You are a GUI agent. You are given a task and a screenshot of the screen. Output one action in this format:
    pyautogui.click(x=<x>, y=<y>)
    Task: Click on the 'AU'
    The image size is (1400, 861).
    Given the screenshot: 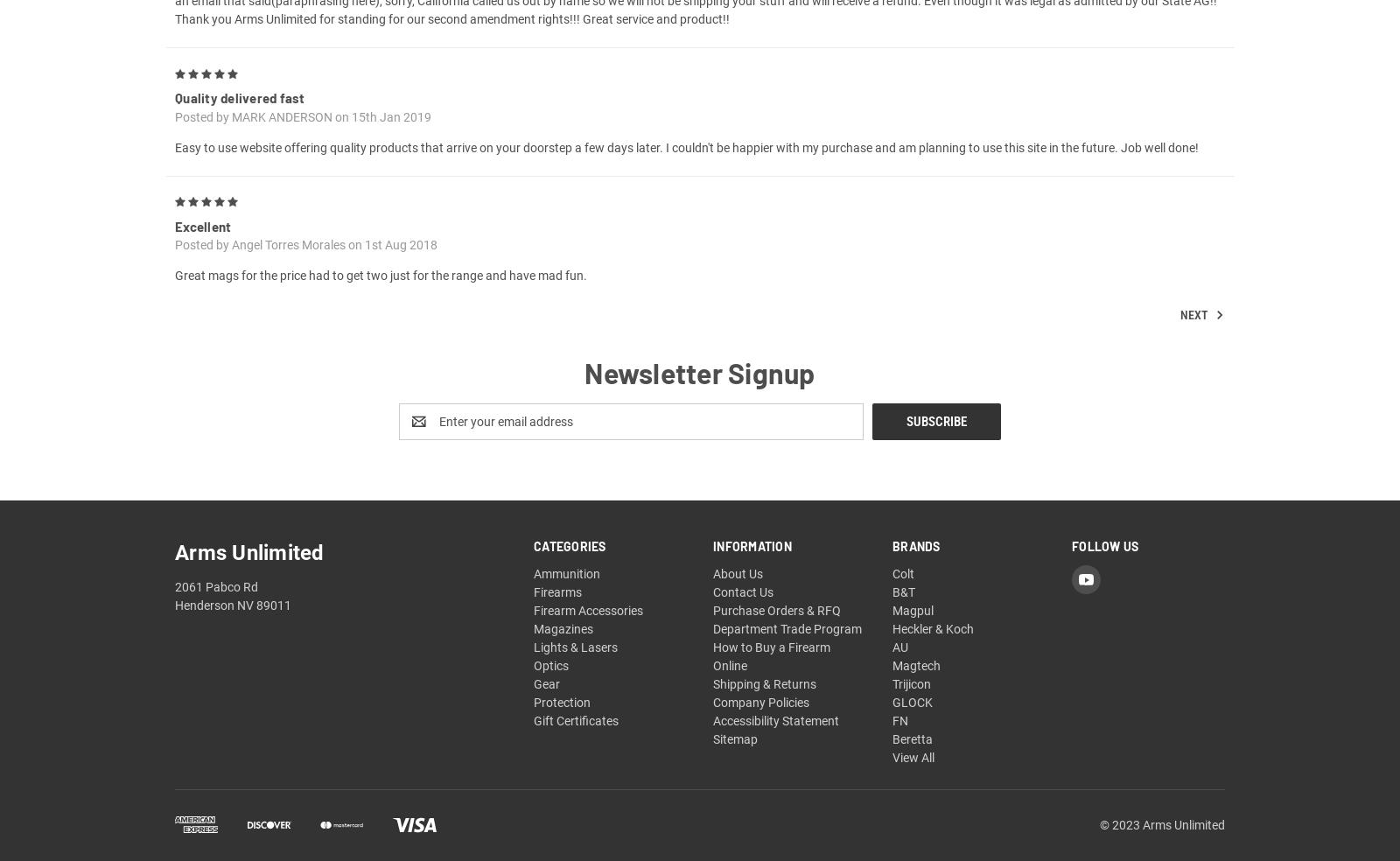 What is the action you would take?
    pyautogui.click(x=899, y=666)
    